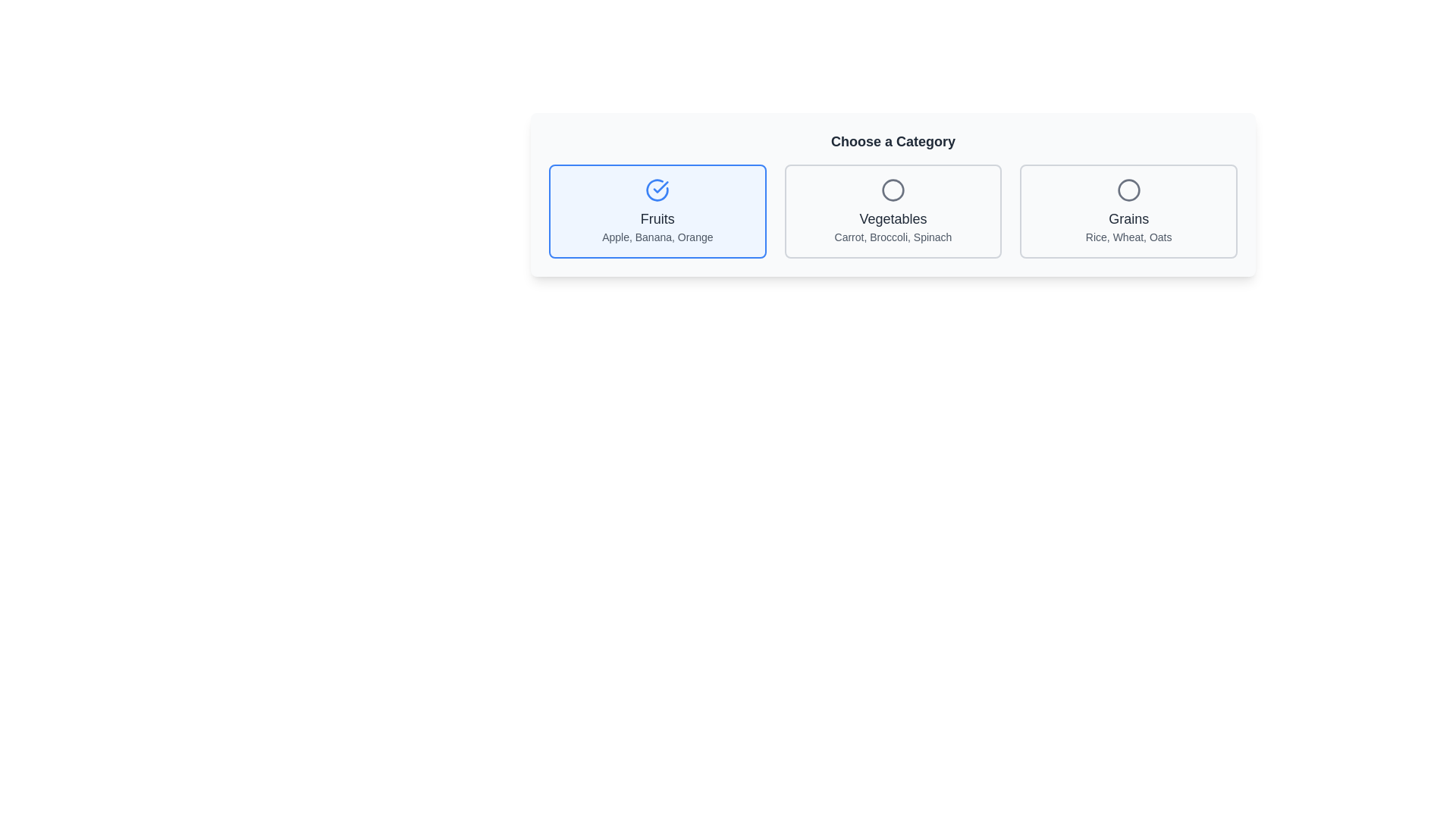  I want to click on the circular graphical icon indicating the active state of the 'Fruits' category, which is centrally positioned within the blue-highlighted card, so click(661, 186).